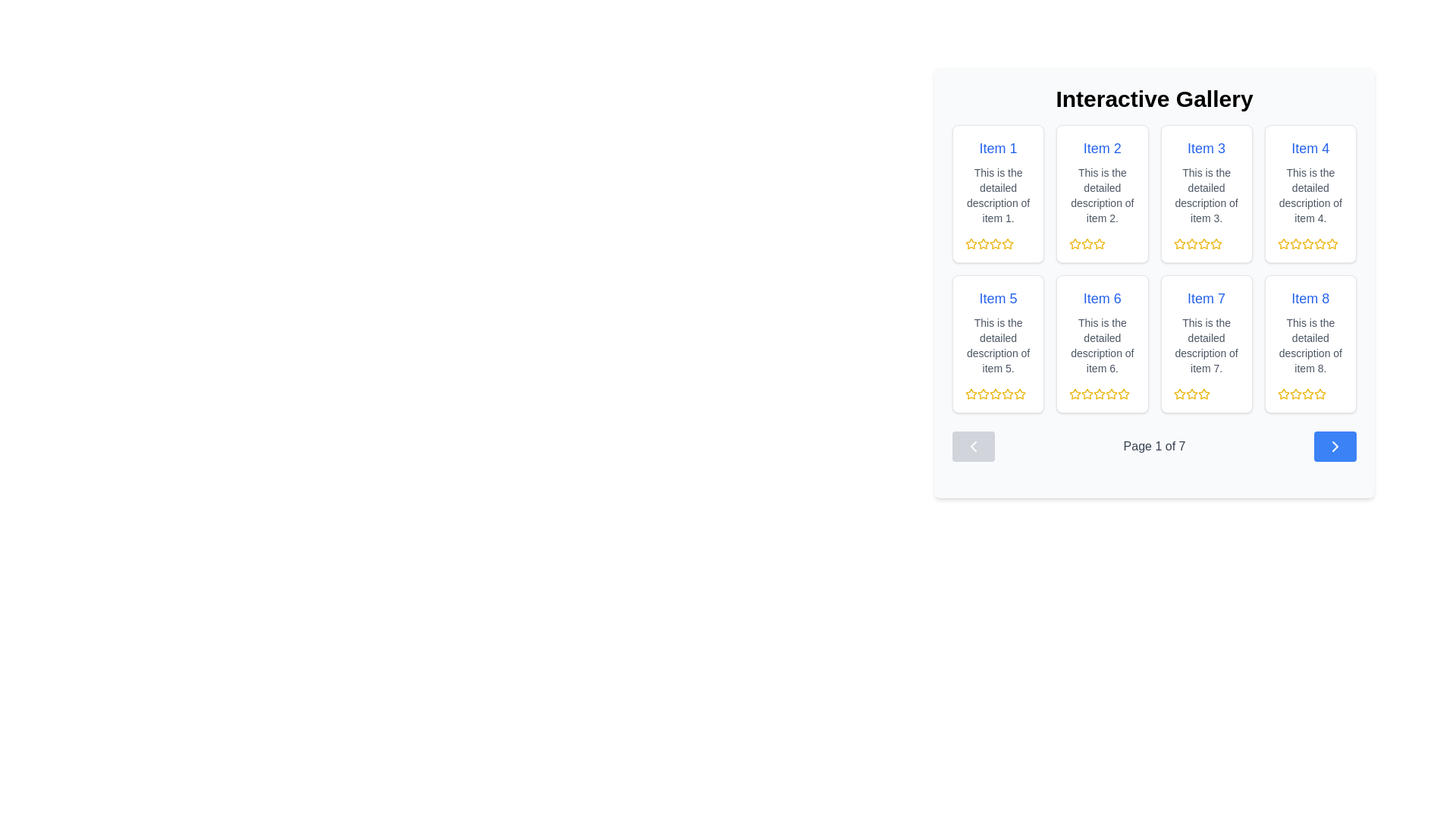 The image size is (1456, 819). I want to click on the second star icon in the rating system of 'Item 4' in the Interactive Gallery, so click(1310, 243).